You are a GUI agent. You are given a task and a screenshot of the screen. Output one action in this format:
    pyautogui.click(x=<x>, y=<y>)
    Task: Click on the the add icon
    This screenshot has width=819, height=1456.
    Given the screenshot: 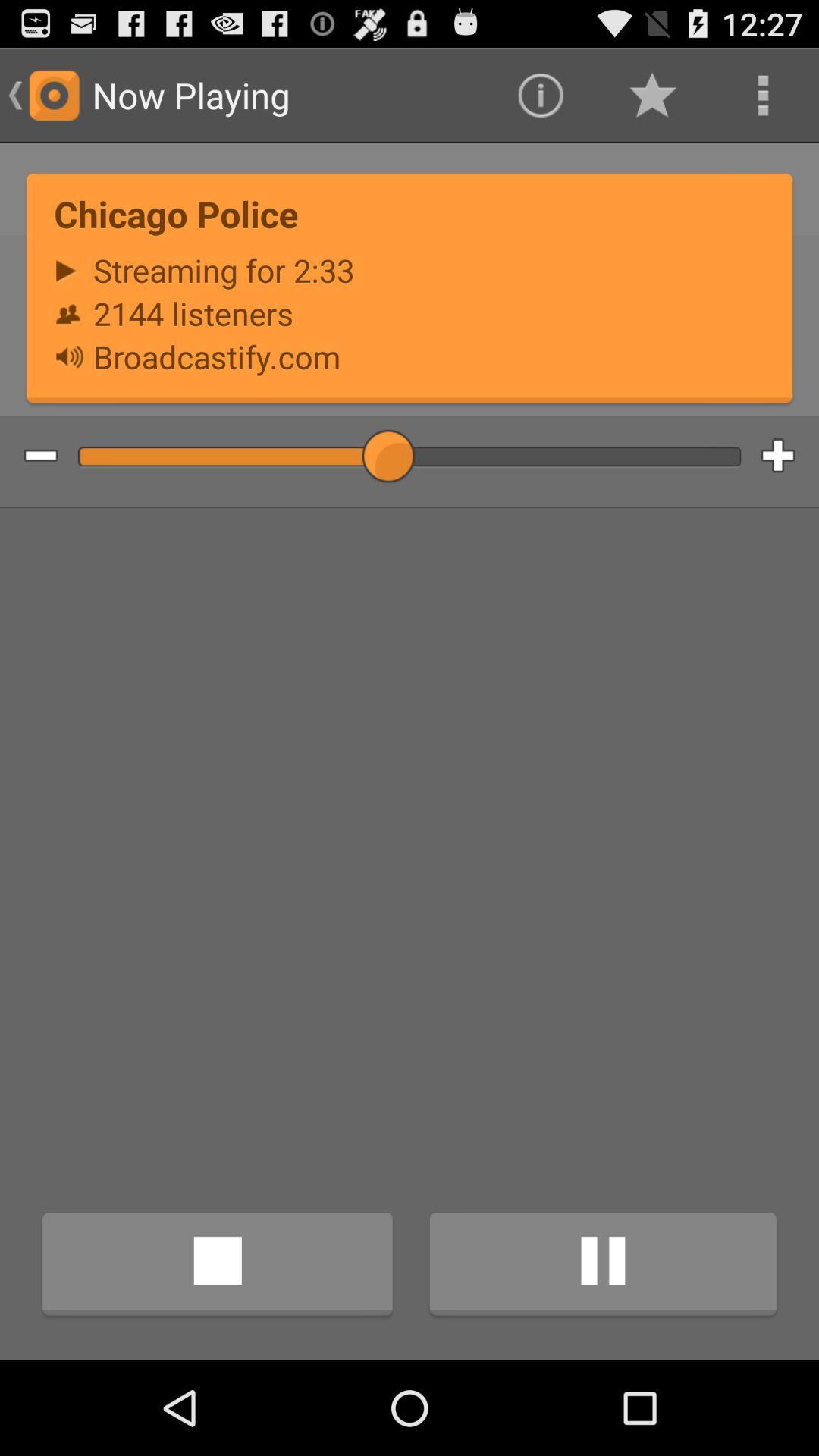 What is the action you would take?
    pyautogui.click(x=789, y=488)
    